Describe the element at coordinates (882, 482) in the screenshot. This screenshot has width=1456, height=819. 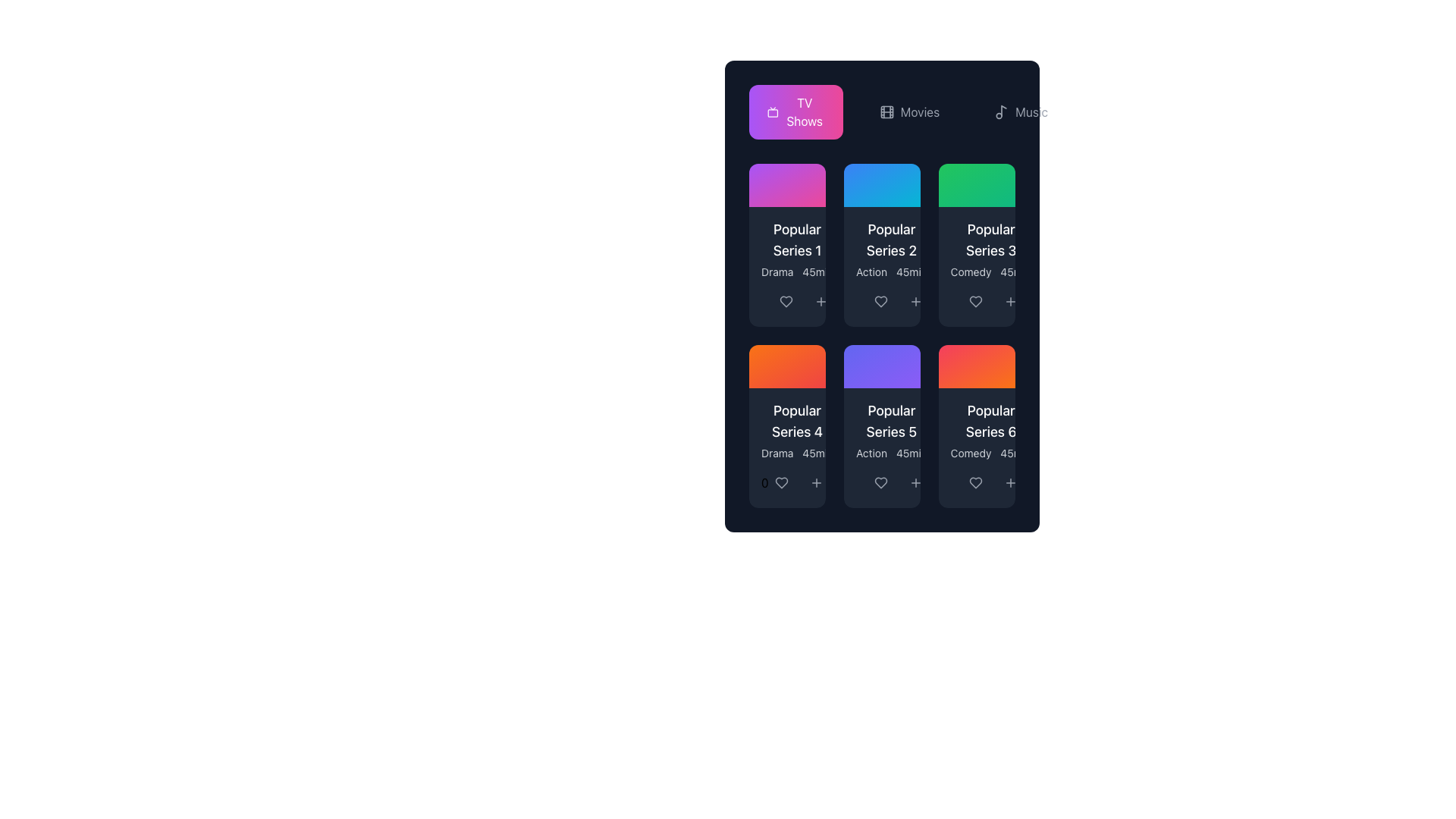
I see `the heart-shaped button to mark 'Popular Series 5' as a favorite` at that location.